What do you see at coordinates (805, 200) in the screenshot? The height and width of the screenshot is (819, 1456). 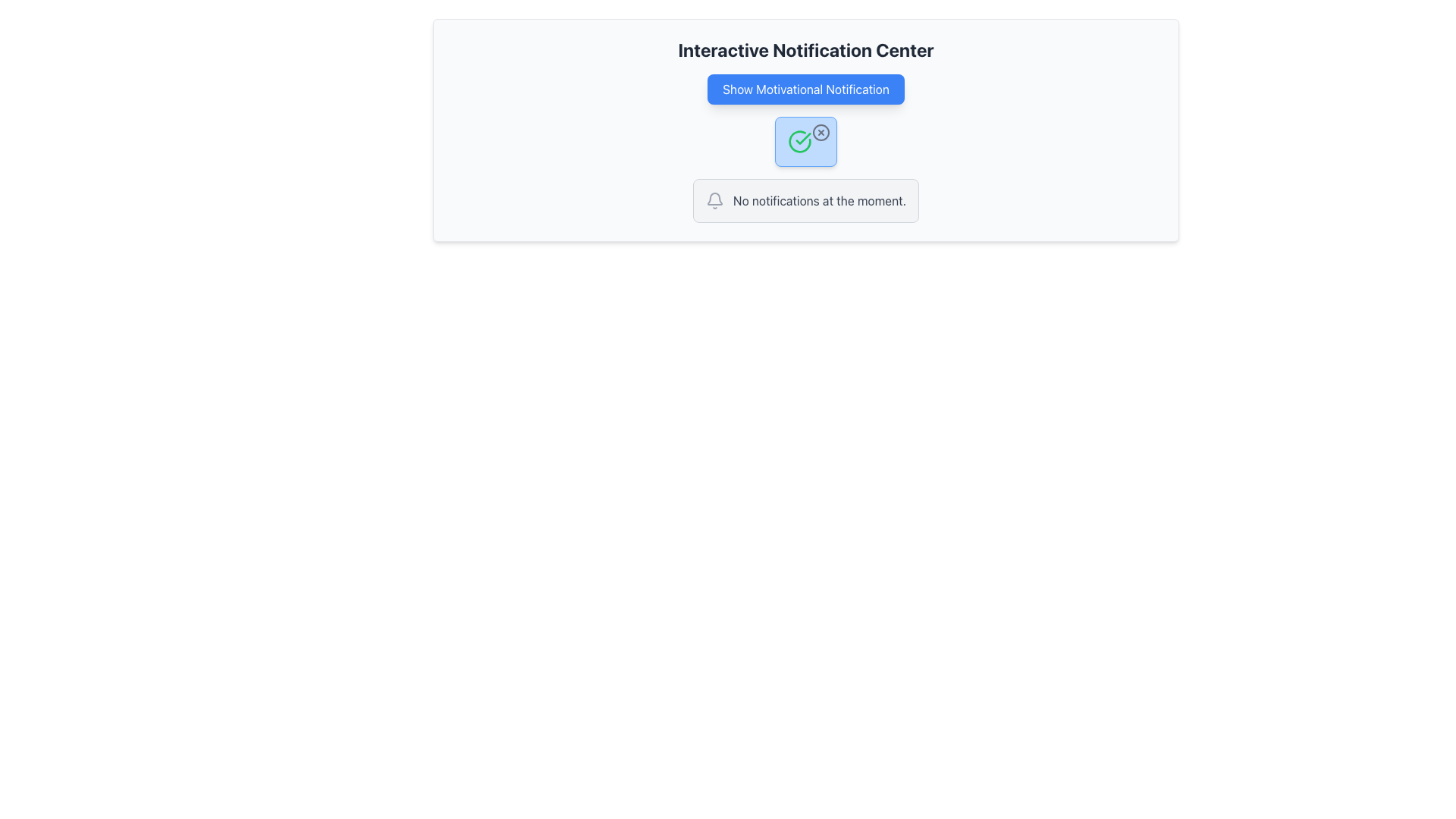 I see `the static informational component that notifies users of no active notifications, located centrally below the header 'Interactive Notification Center' and the blue button 'Show Motivational Notification'` at bounding box center [805, 200].